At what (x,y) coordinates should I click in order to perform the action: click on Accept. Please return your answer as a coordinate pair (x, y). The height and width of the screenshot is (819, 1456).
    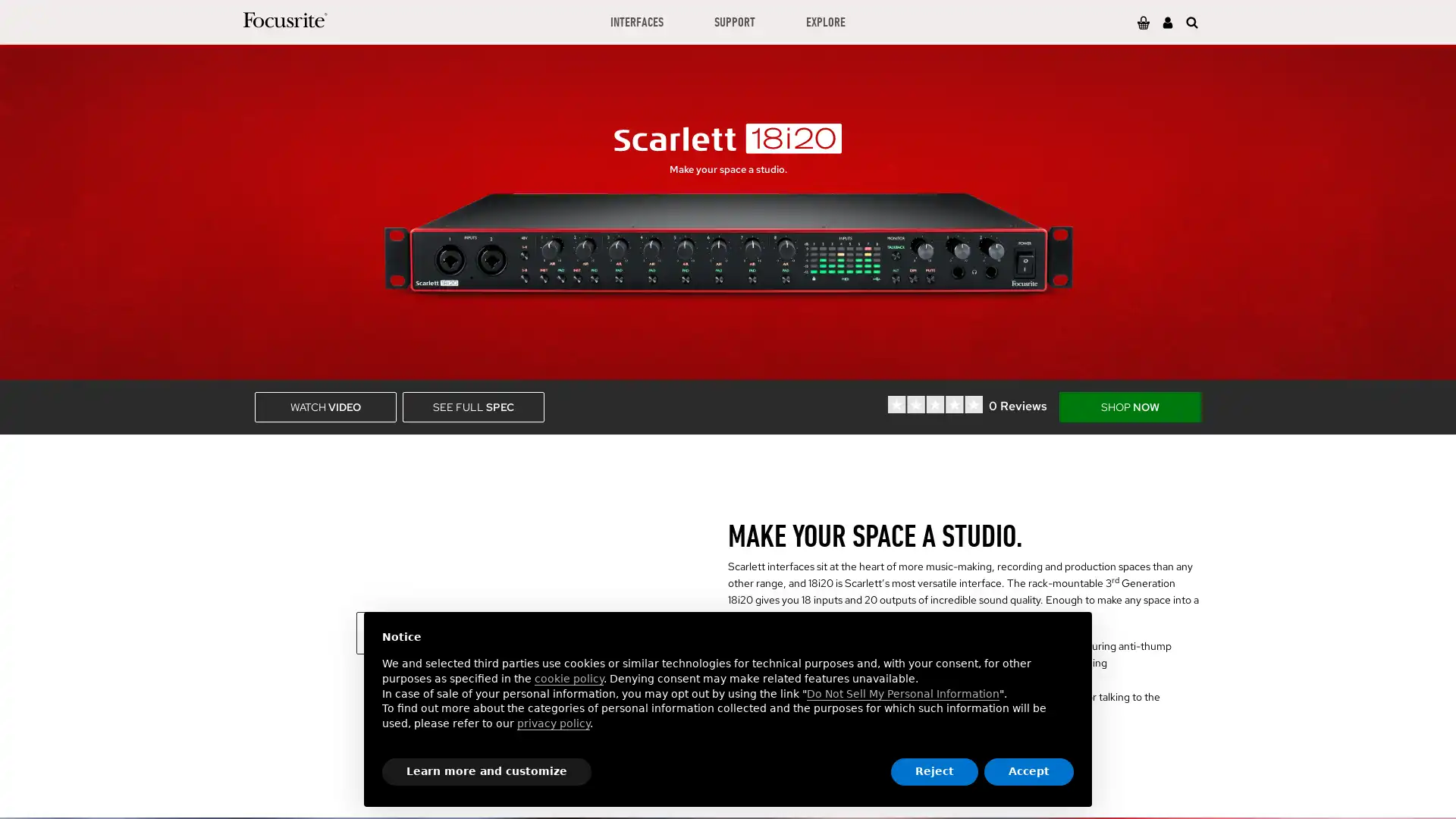
    Looking at the image, I should click on (1029, 772).